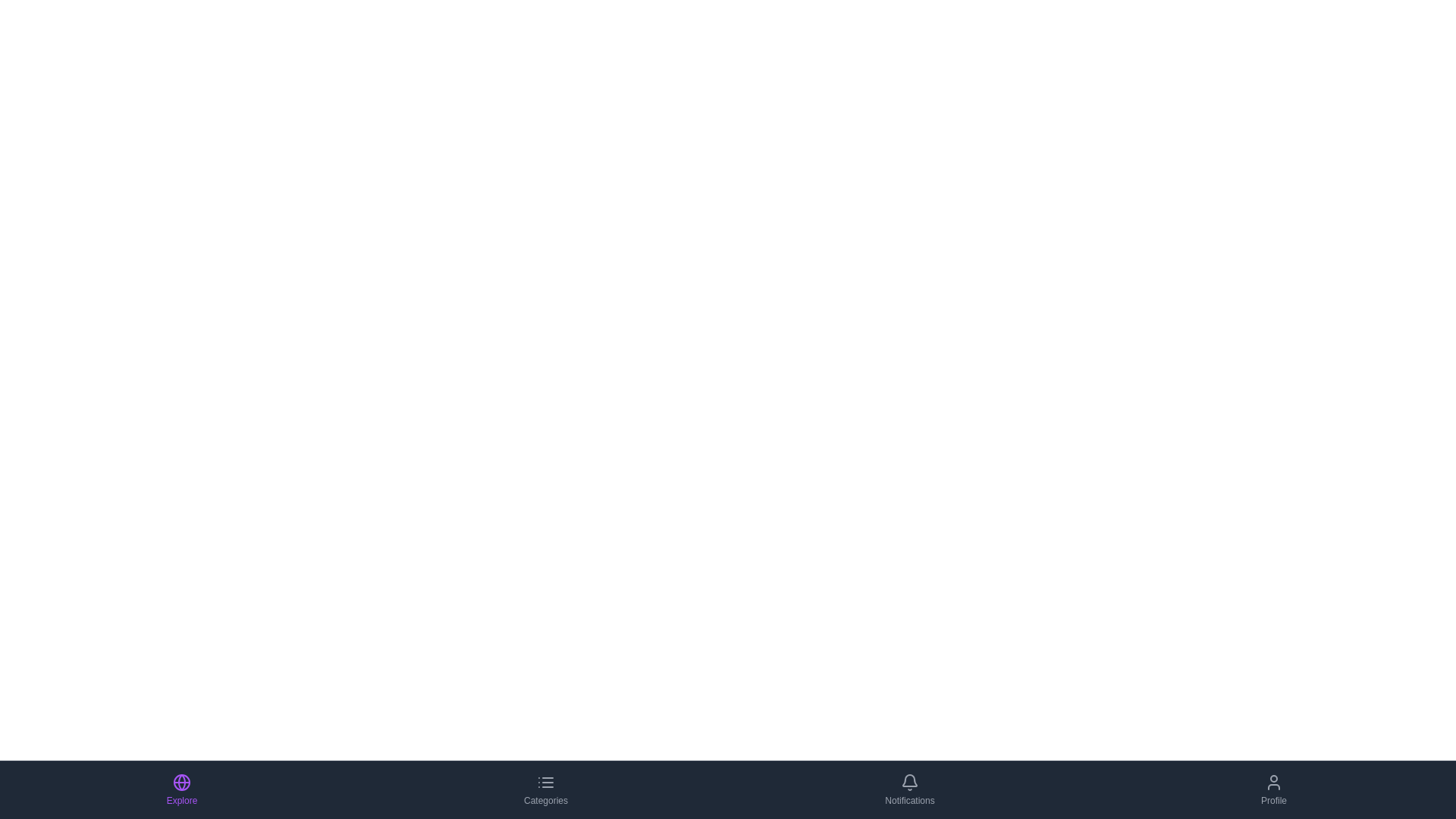  I want to click on the 'Categories' icon, which is located at the center upper part of the button labeled 'Categories' in the bottom navigation bar, so click(546, 783).